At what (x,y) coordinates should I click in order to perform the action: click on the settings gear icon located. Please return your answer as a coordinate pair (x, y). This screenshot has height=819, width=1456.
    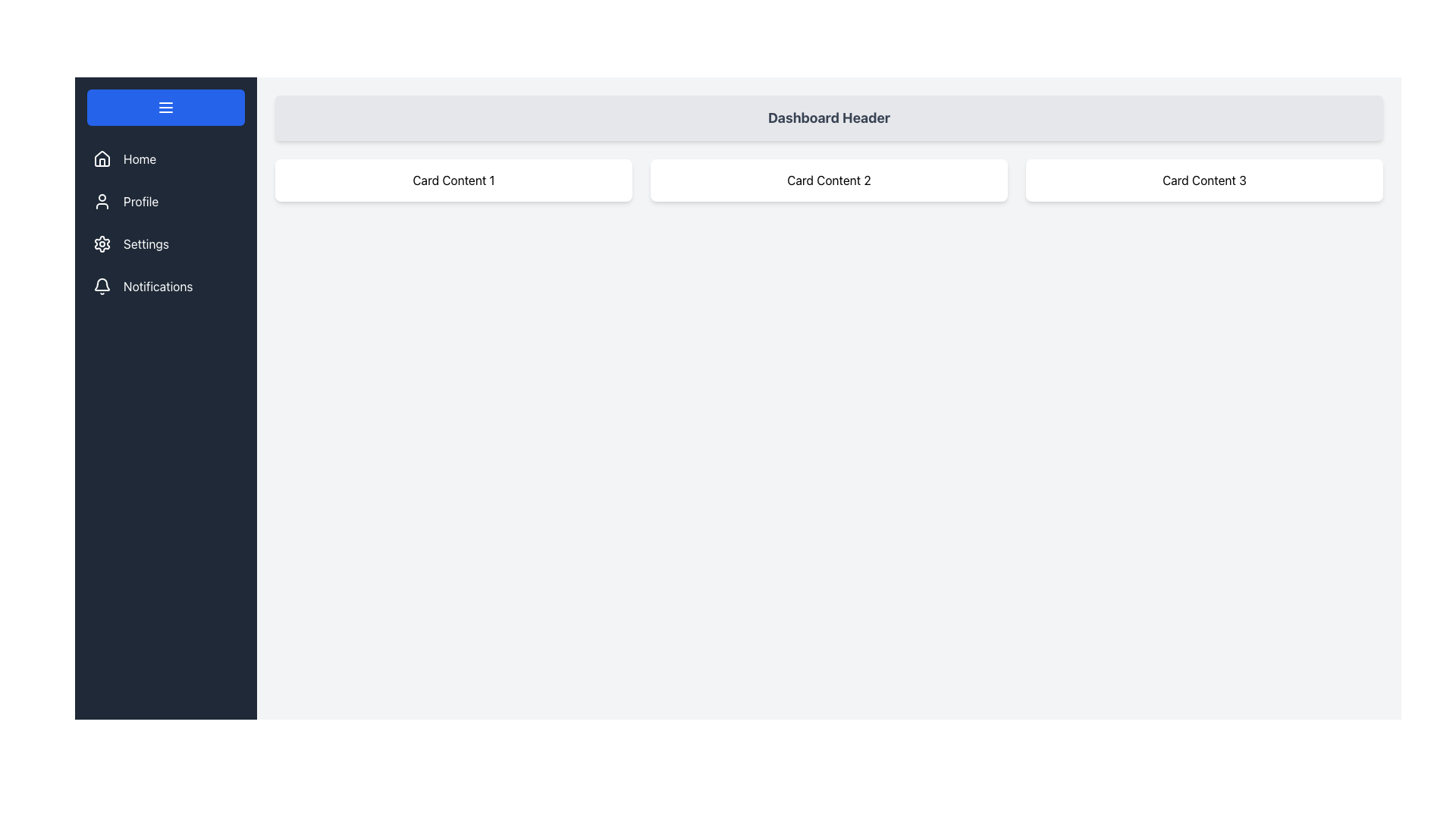
    Looking at the image, I should click on (101, 243).